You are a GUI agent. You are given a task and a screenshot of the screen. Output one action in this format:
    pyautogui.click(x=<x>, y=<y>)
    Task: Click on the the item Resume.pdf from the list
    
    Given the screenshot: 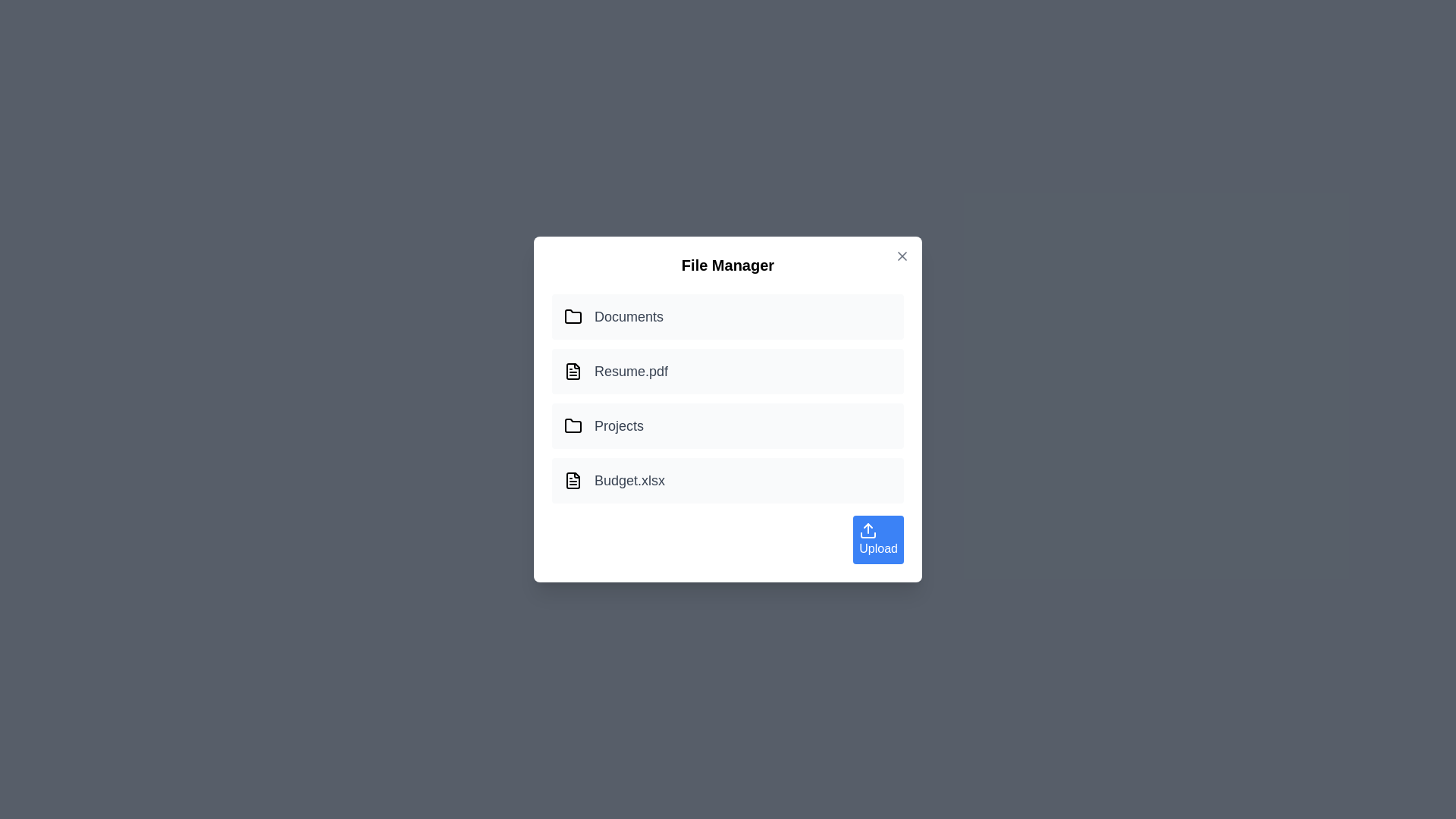 What is the action you would take?
    pyautogui.click(x=728, y=371)
    